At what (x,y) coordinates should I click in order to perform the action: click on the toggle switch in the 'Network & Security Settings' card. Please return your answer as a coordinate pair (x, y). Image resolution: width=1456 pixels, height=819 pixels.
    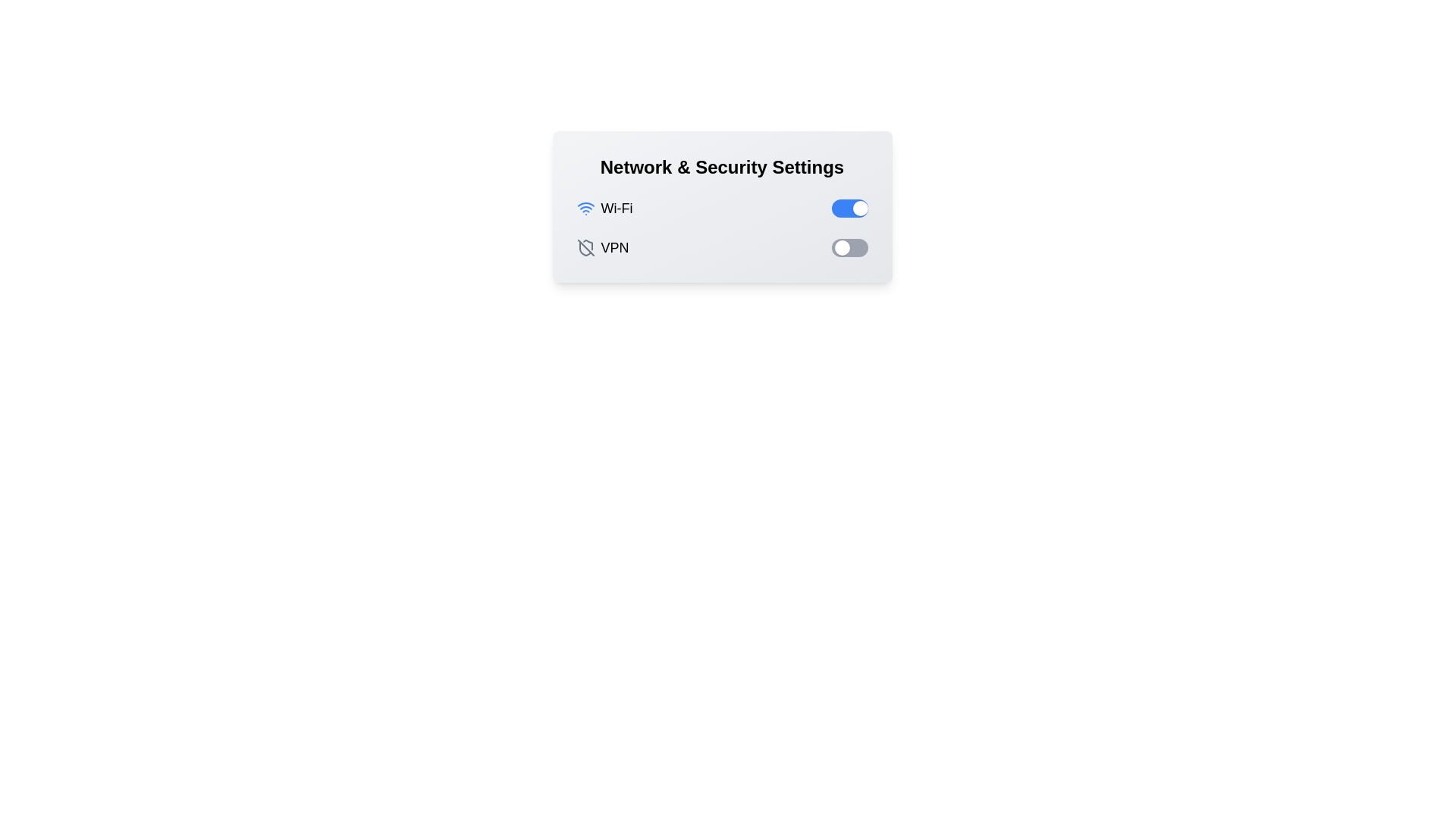
    Looking at the image, I should click on (849, 247).